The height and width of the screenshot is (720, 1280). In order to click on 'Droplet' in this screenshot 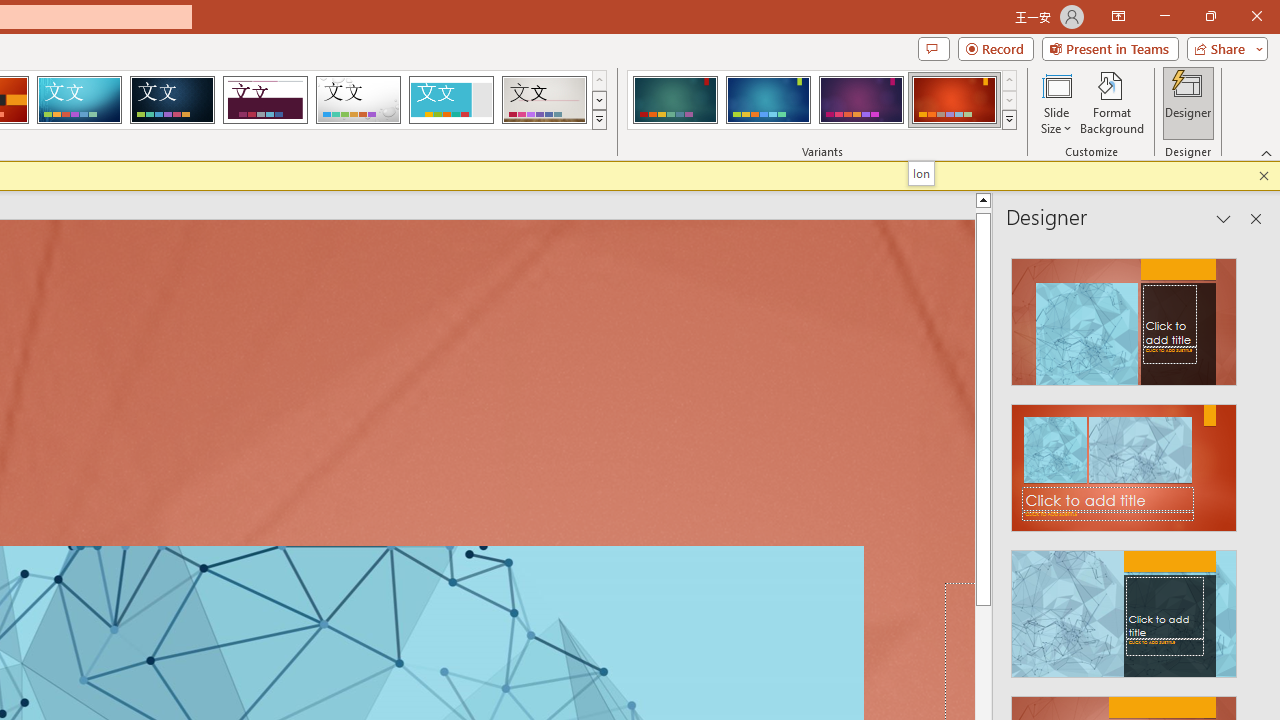, I will do `click(358, 100)`.